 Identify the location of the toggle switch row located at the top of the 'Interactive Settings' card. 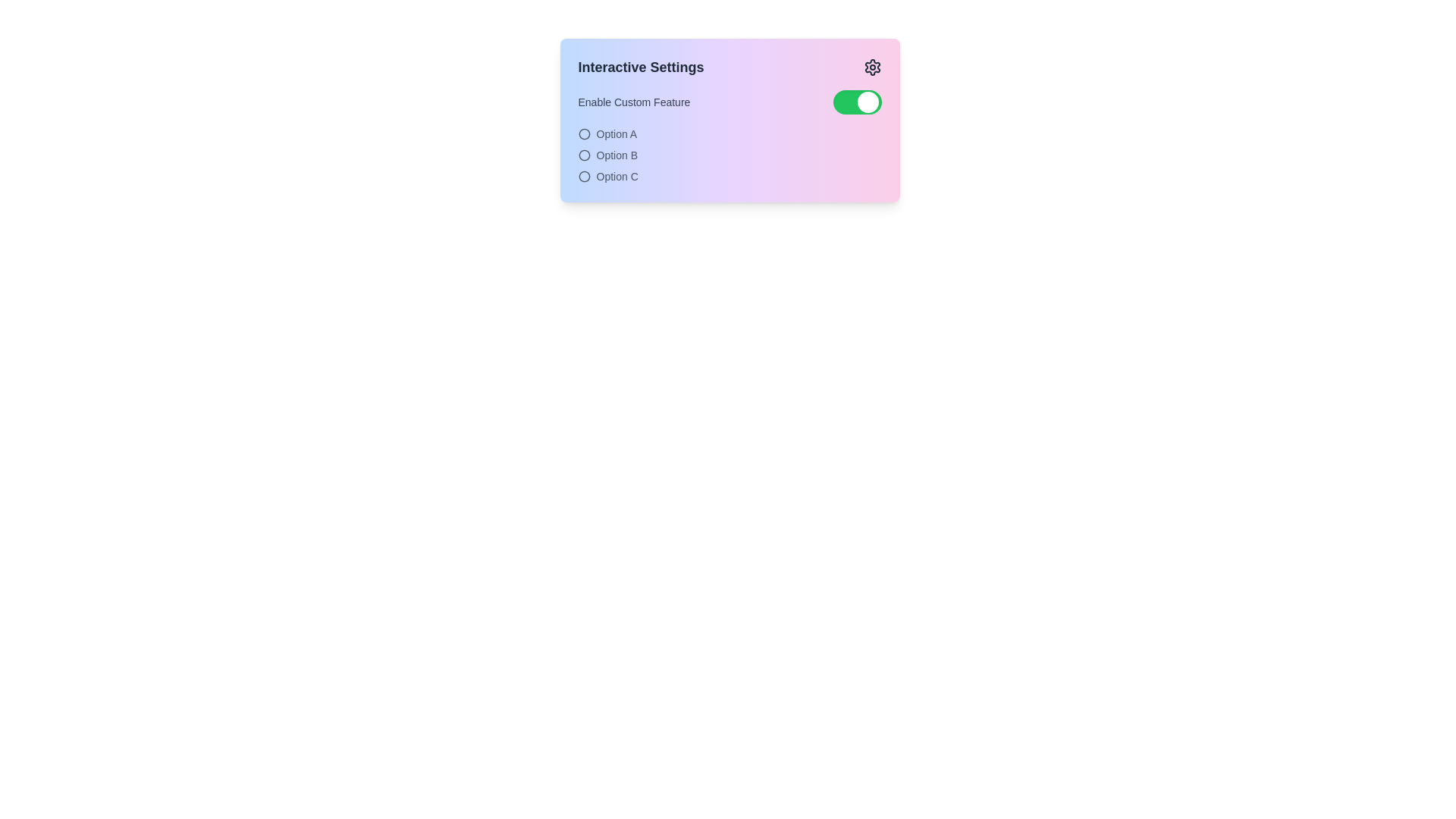
(730, 102).